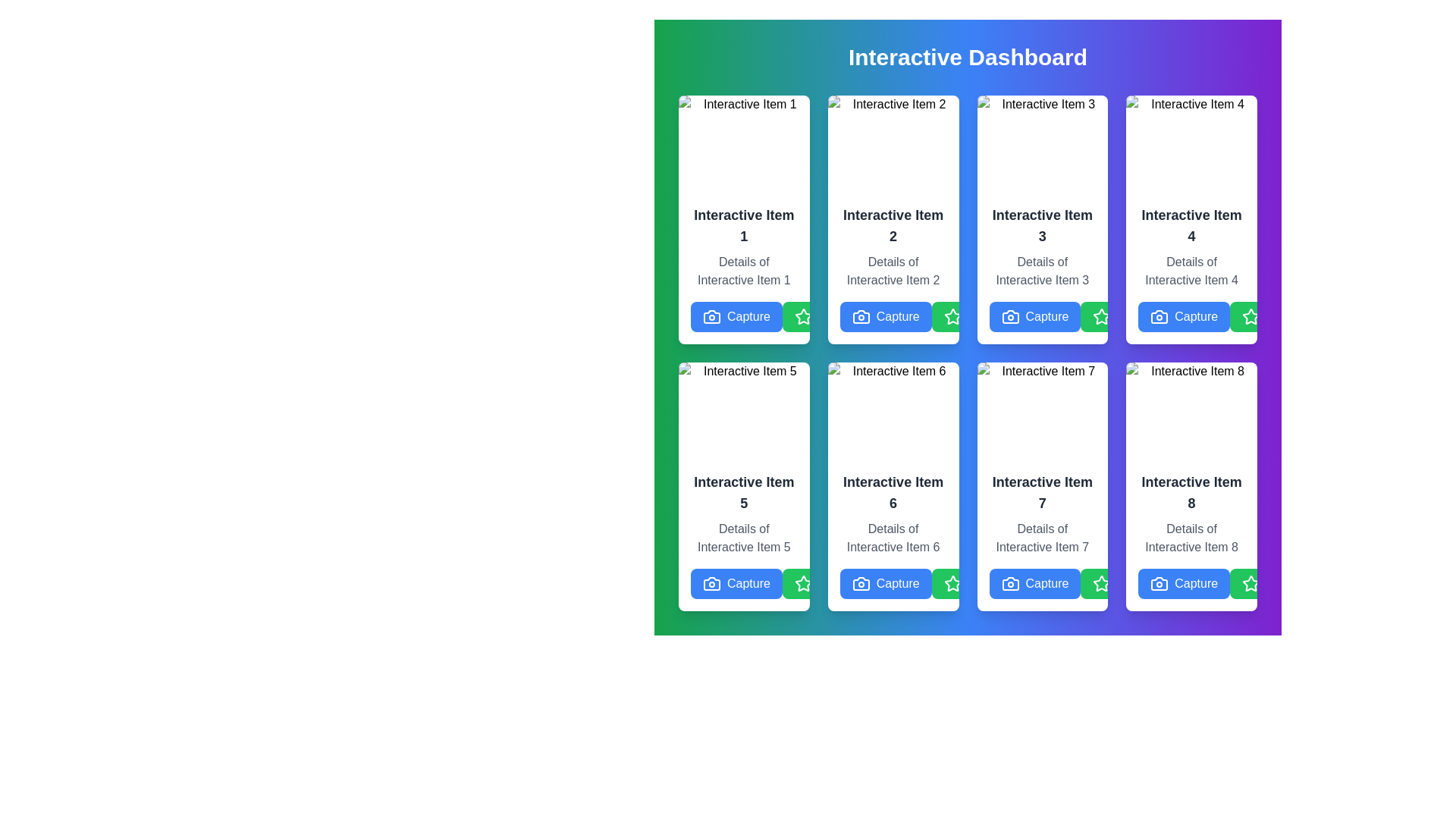 This screenshot has width=1456, height=819. What do you see at coordinates (861, 583) in the screenshot?
I see `the camera icon representing the 'Capture' functionality, located to the left of the 'Capture' button in 'Interactive Item 6' within the grid` at bounding box center [861, 583].